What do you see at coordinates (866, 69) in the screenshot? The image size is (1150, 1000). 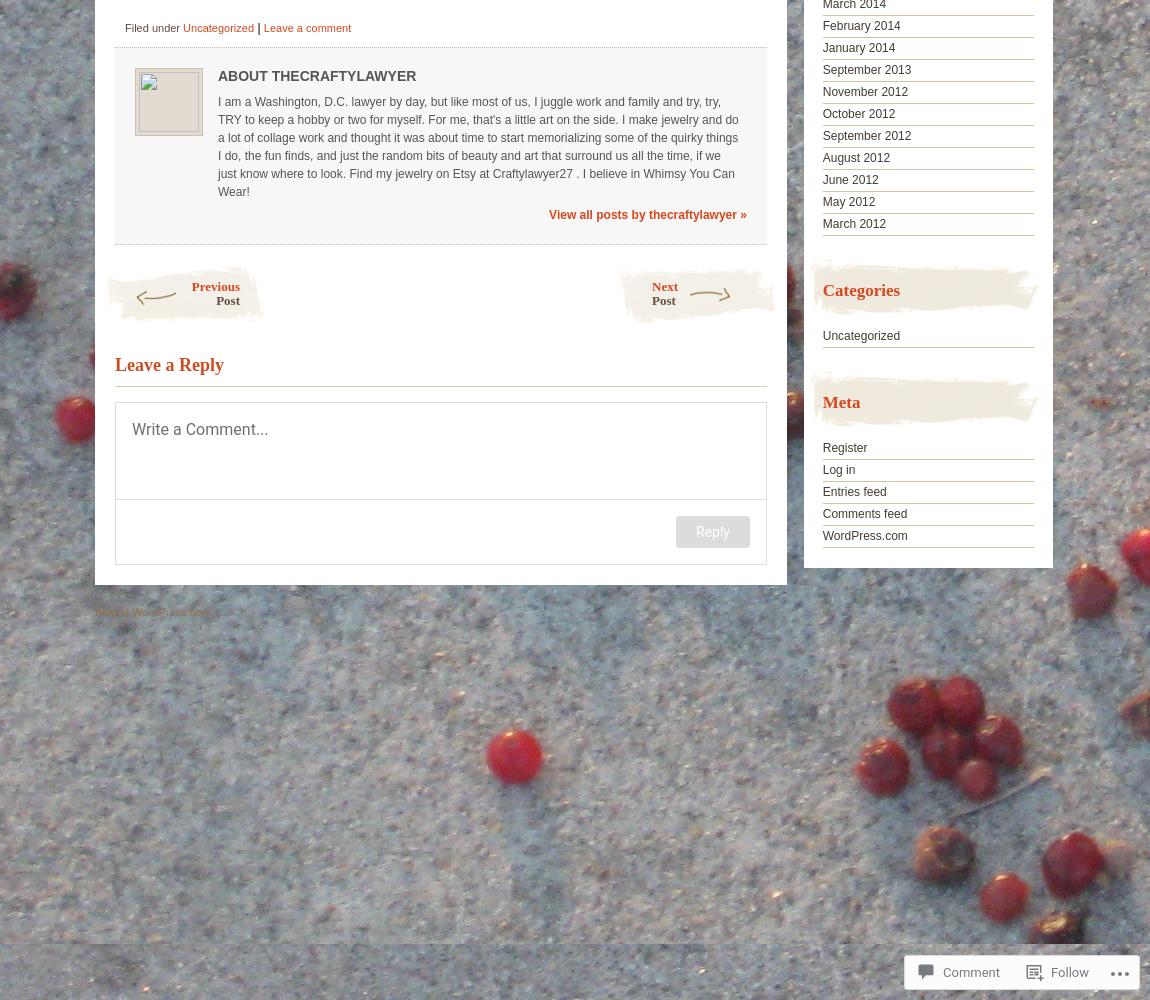 I see `'September 2013'` at bounding box center [866, 69].